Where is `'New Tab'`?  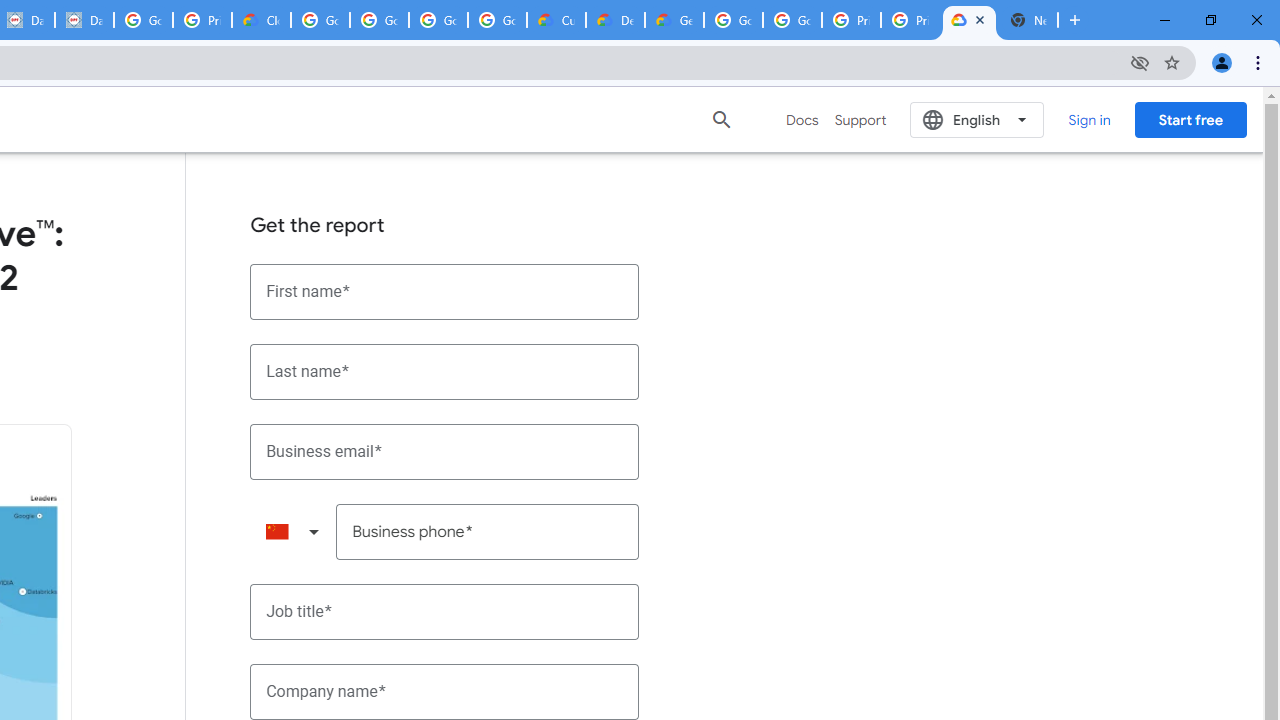
'New Tab' is located at coordinates (1028, 20).